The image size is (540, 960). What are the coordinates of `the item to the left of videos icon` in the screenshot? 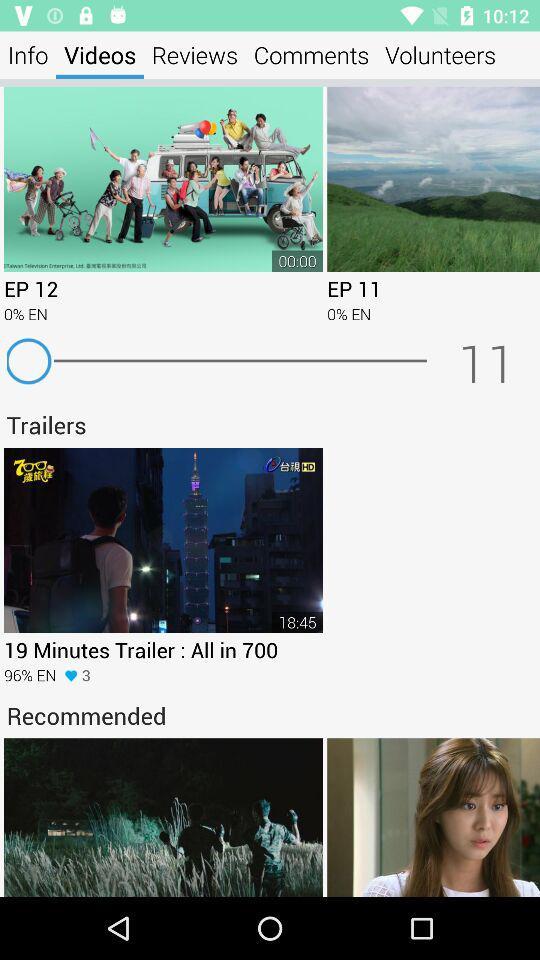 It's located at (27, 54).